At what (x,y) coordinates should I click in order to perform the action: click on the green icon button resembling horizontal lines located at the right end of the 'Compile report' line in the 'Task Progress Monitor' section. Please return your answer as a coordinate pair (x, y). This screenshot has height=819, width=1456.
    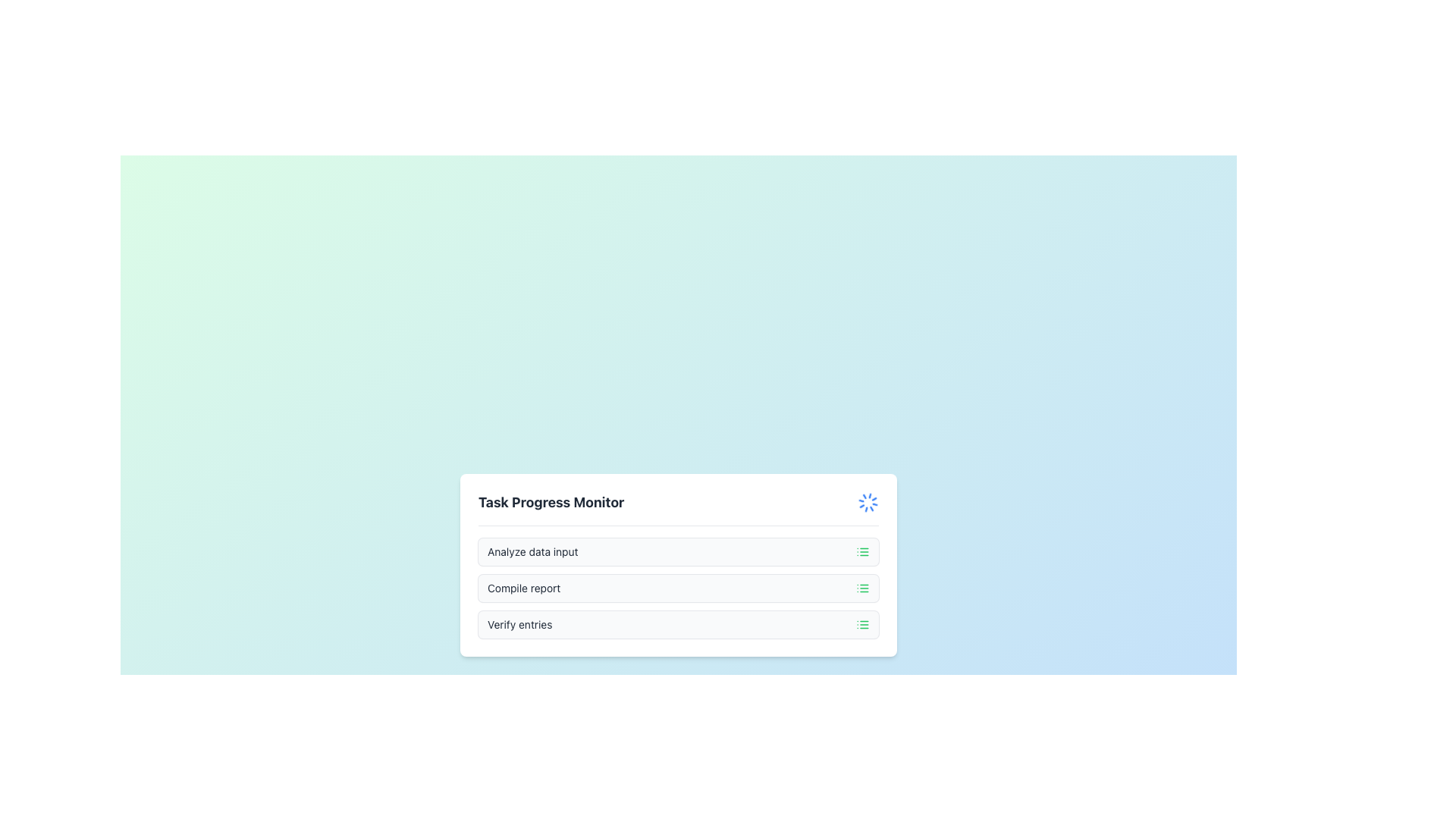
    Looking at the image, I should click on (862, 587).